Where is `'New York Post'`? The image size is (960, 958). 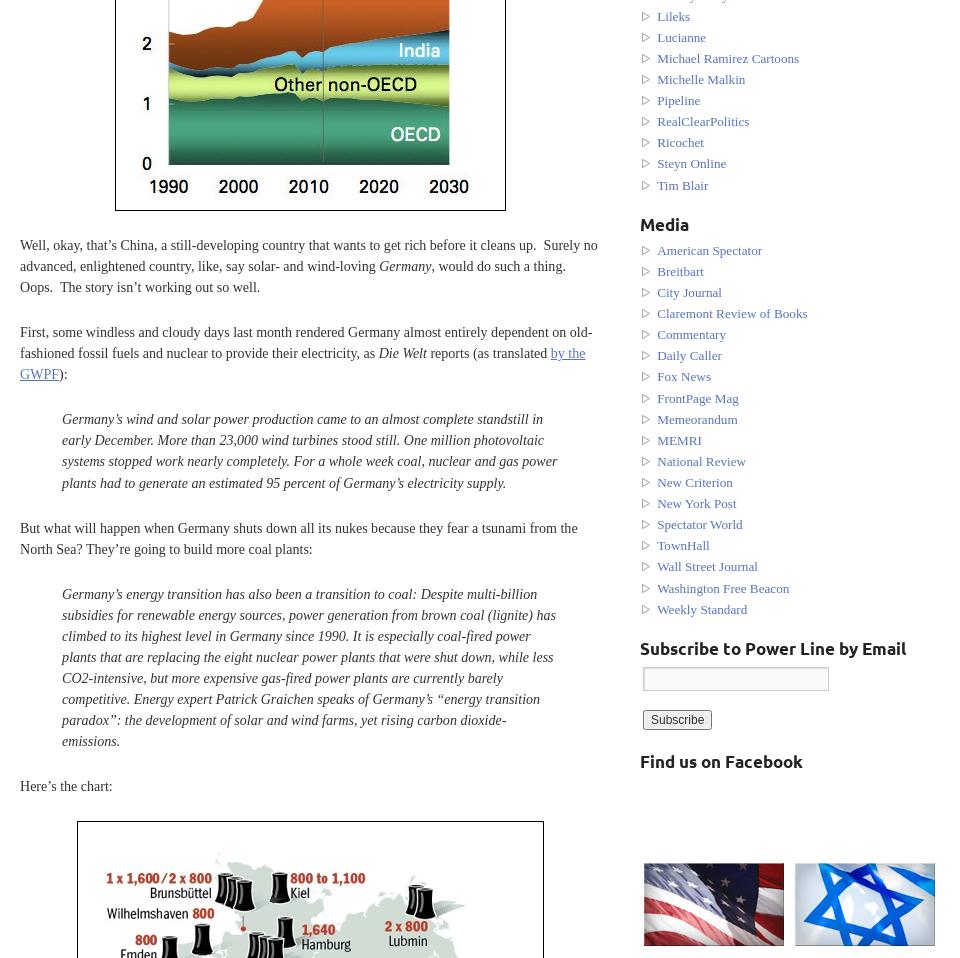 'New York Post' is located at coordinates (696, 502).